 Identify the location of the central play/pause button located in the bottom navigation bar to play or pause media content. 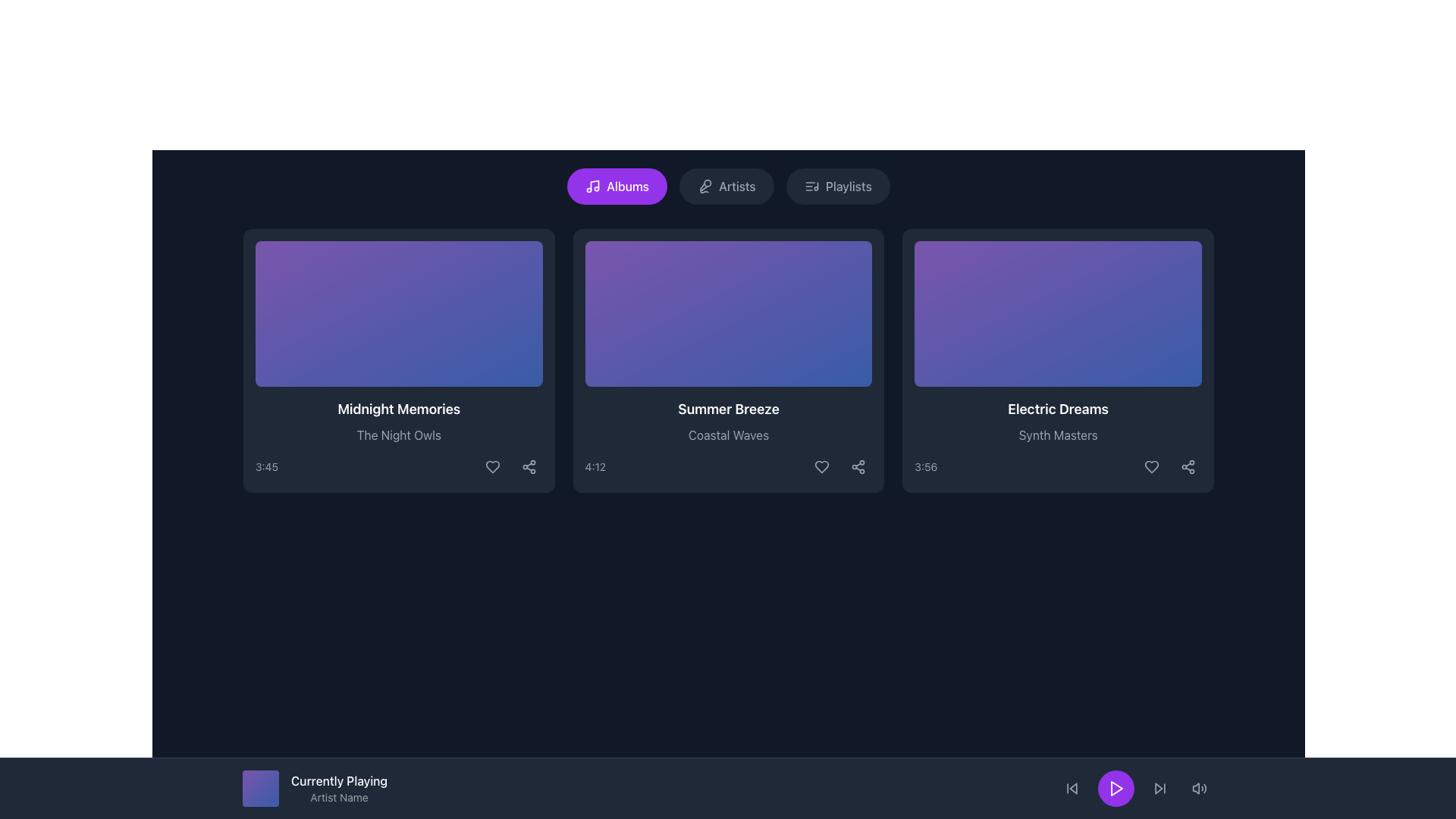
(1116, 788).